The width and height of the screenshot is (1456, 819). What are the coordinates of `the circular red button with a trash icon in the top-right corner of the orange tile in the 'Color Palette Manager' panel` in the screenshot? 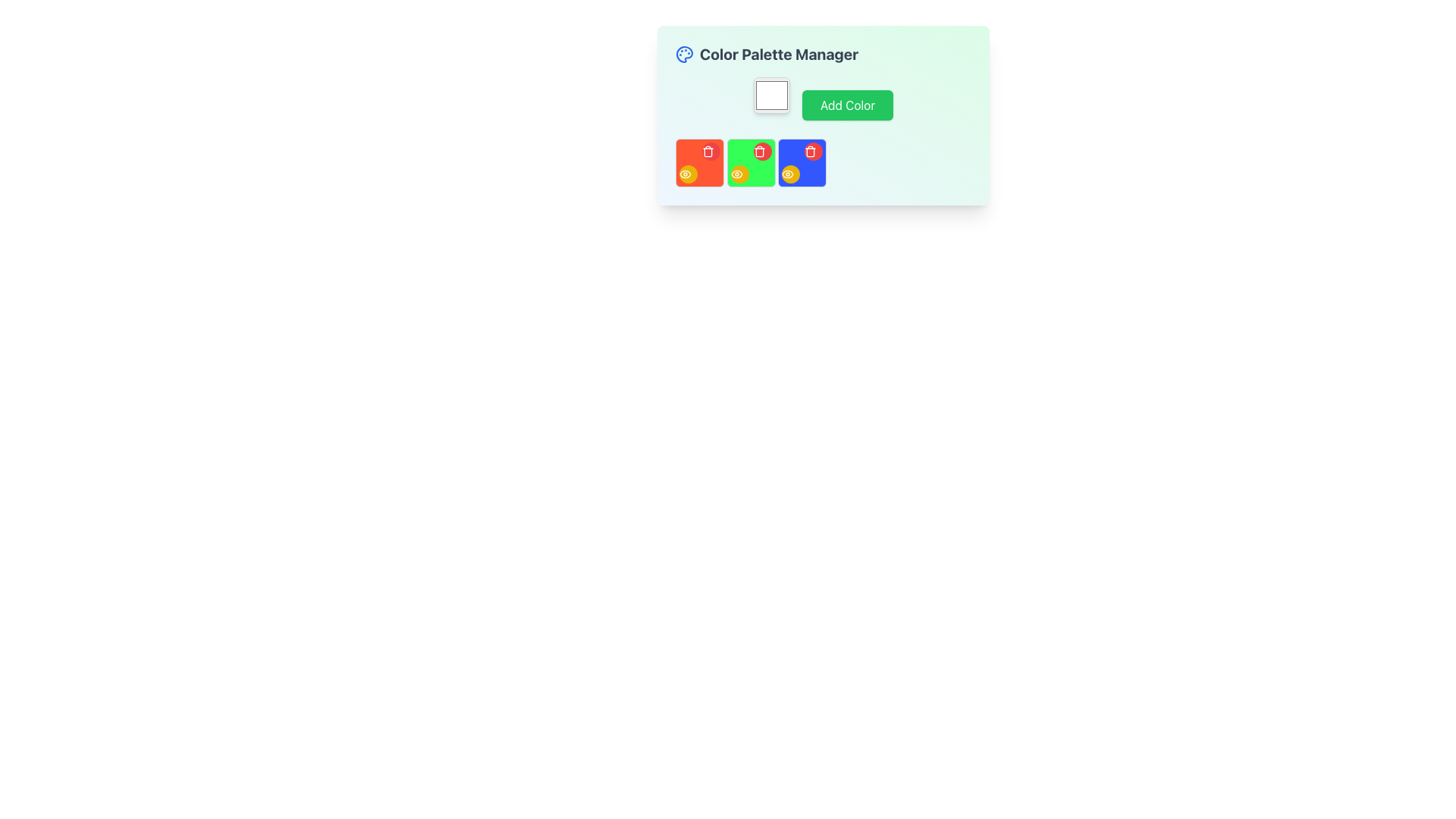 It's located at (710, 152).